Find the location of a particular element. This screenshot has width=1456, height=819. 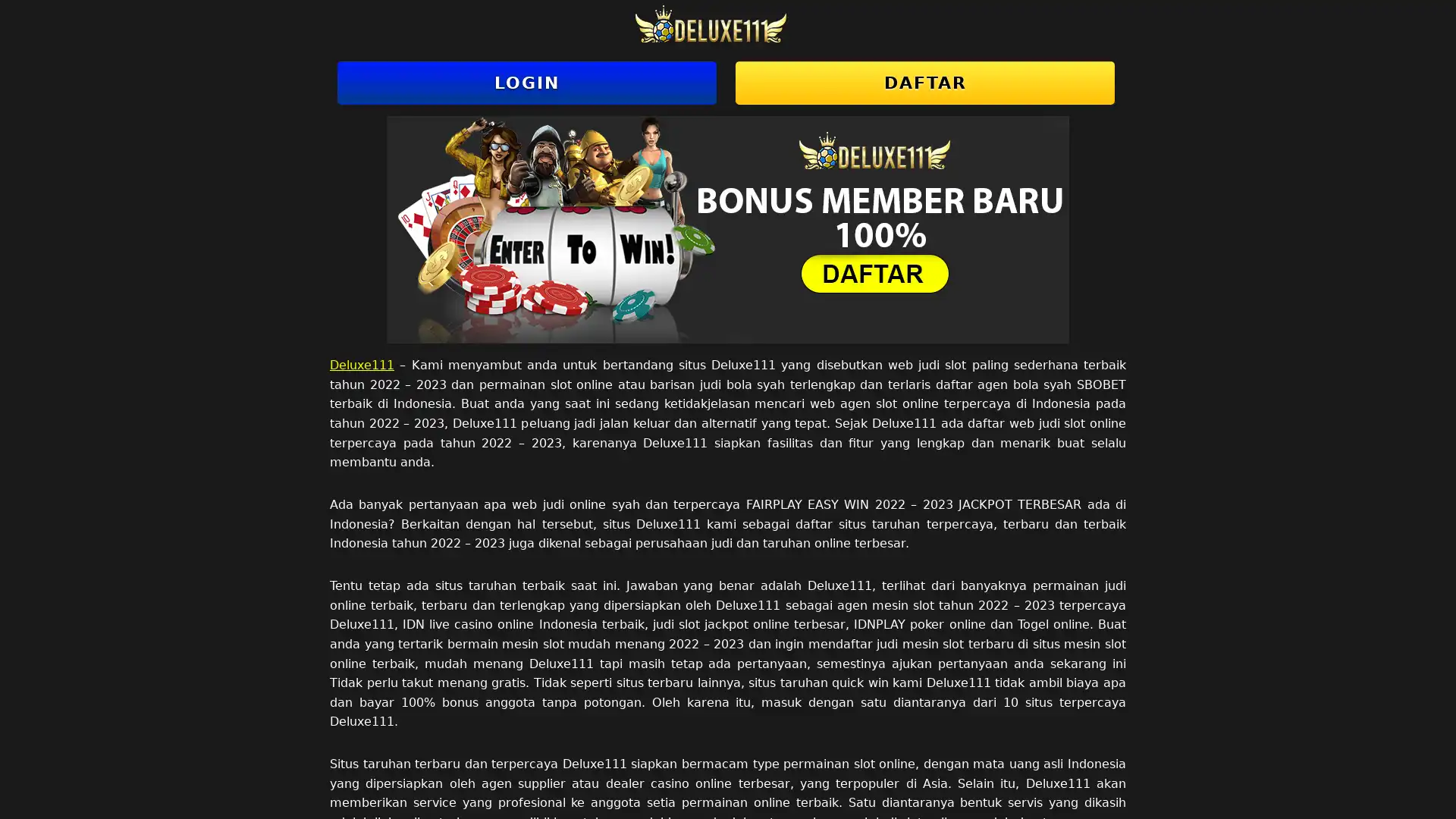

LOGIN is located at coordinates (527, 83).